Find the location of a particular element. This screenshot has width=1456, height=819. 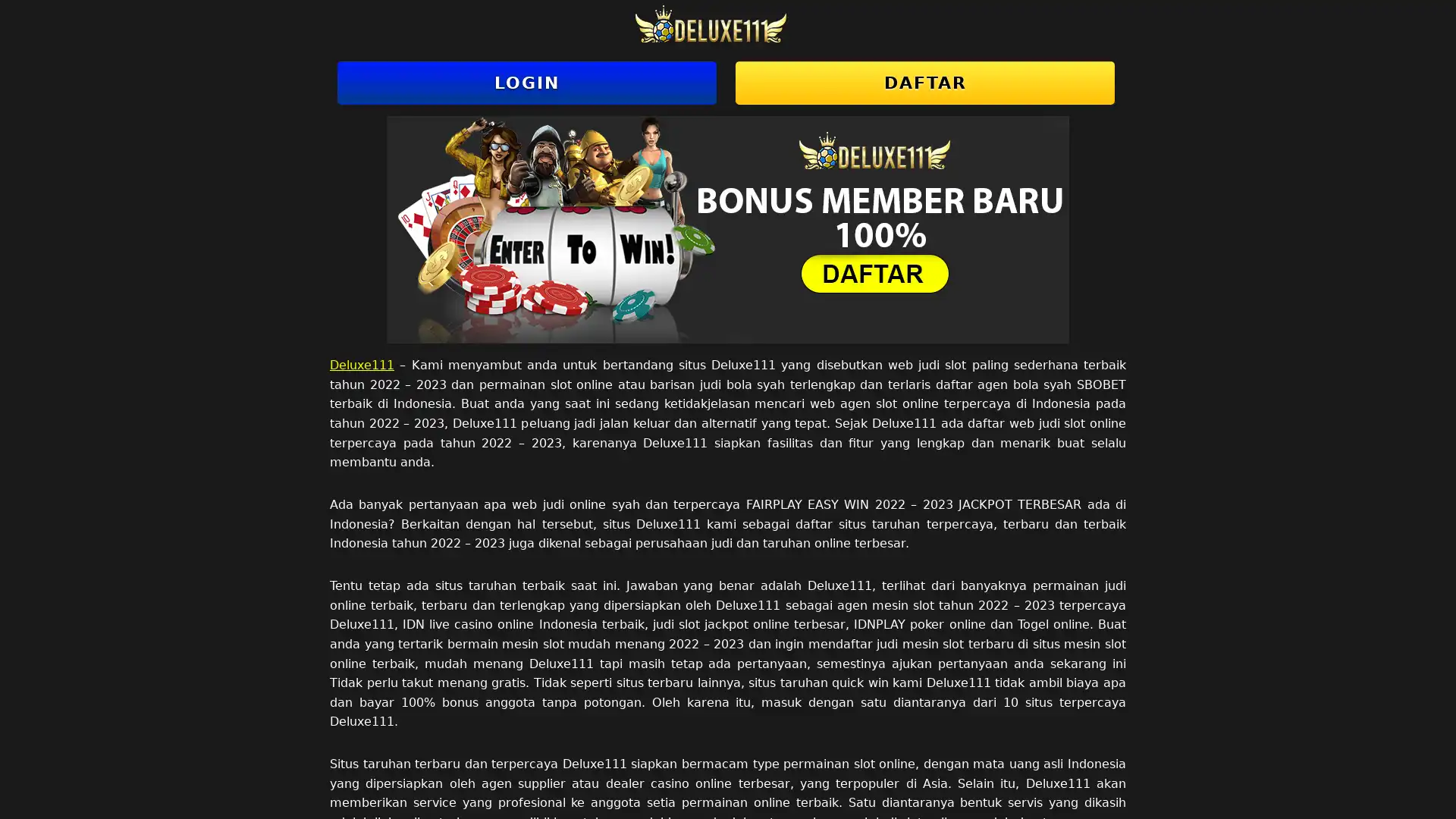

LOGIN is located at coordinates (527, 83).